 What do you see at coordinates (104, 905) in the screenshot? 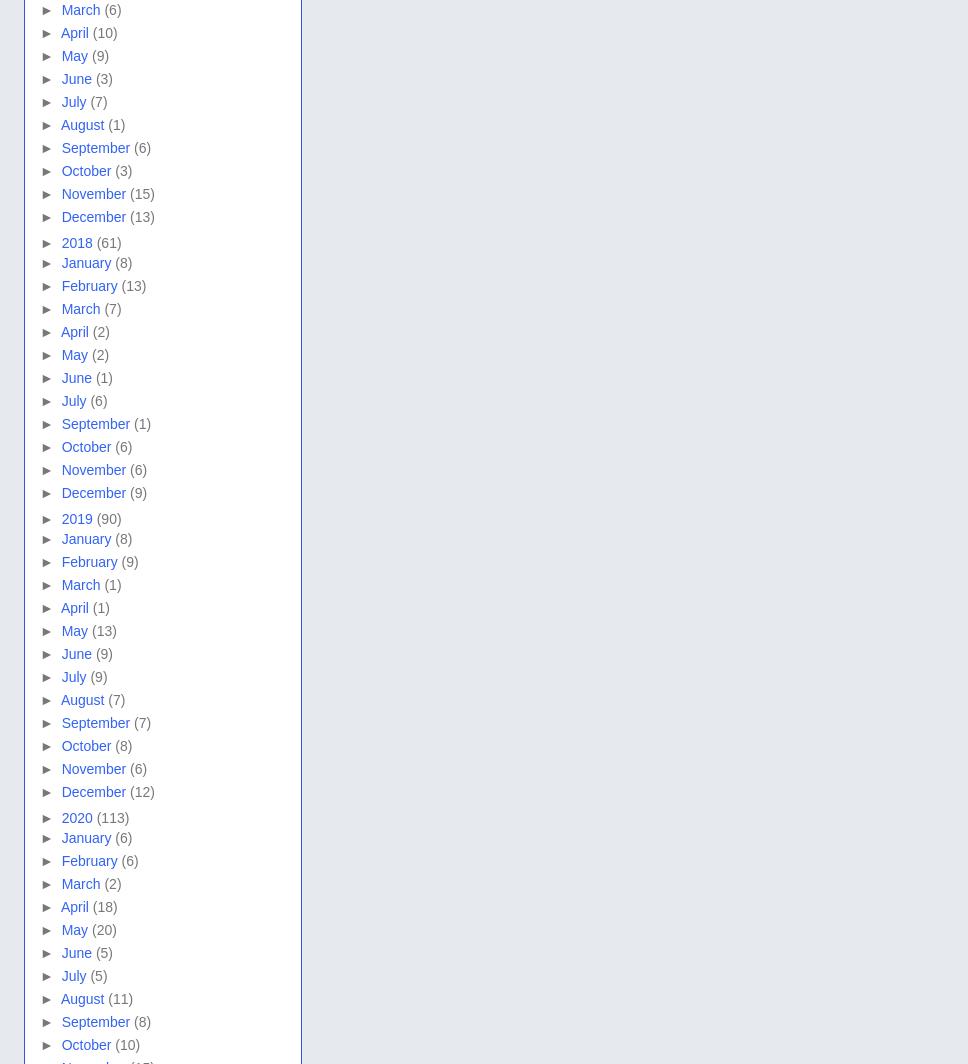
I see `'(18)'` at bounding box center [104, 905].